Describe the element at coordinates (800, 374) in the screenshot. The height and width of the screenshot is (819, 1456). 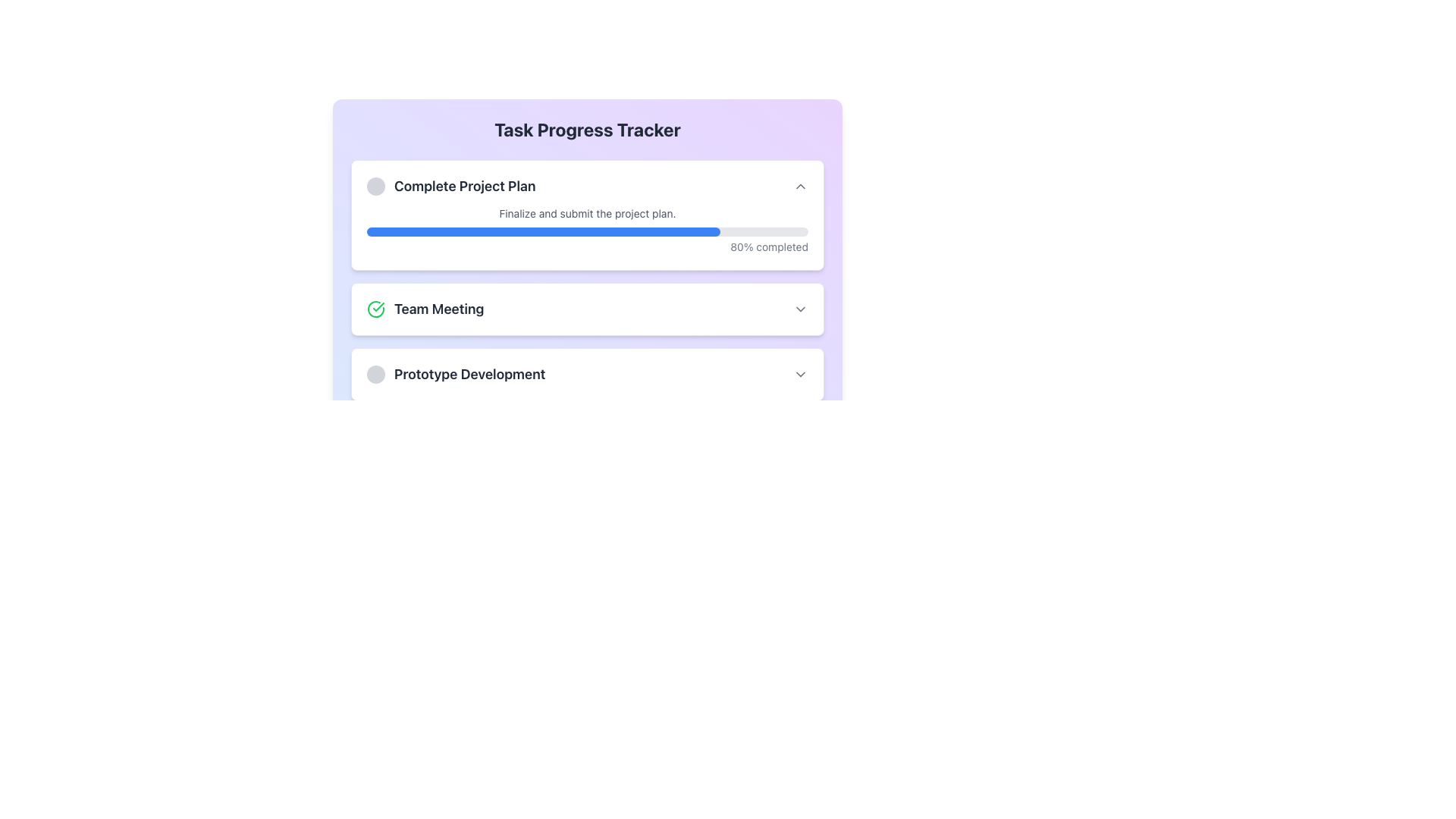
I see `the downward-pointing chevron icon button located on the far-right side of the 'Prototype Development' row` at that location.